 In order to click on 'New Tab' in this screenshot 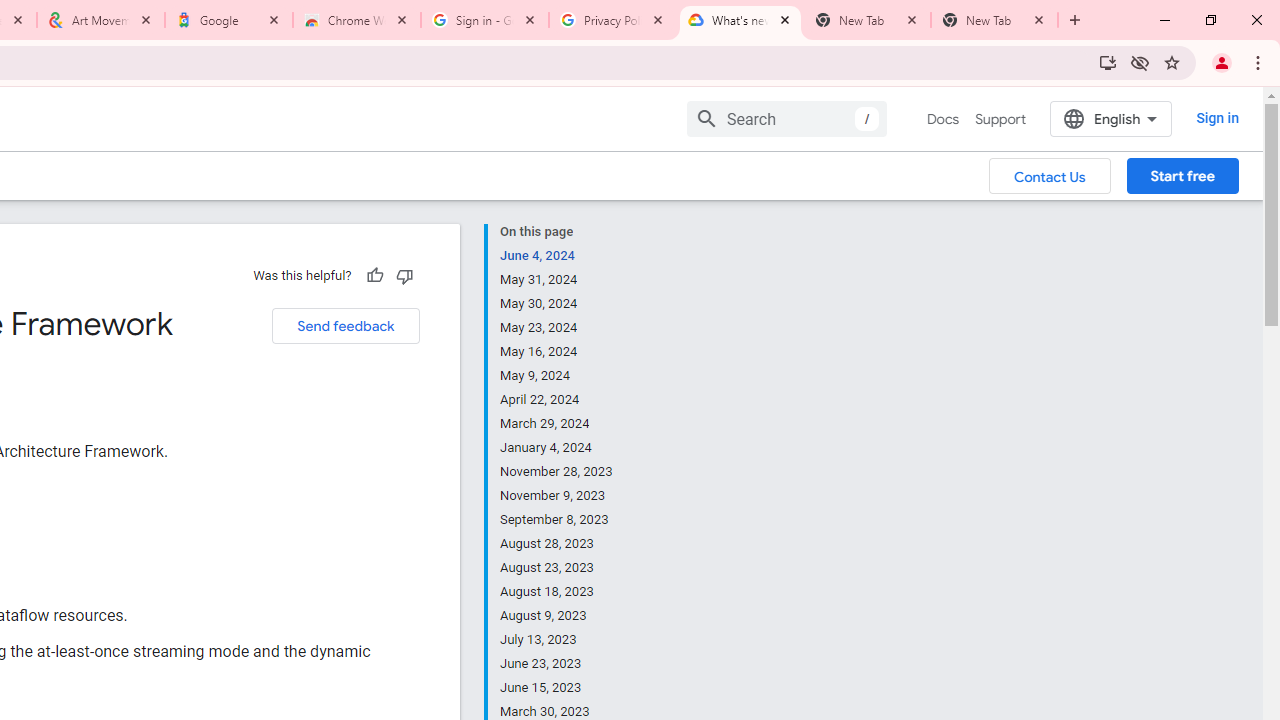, I will do `click(994, 20)`.